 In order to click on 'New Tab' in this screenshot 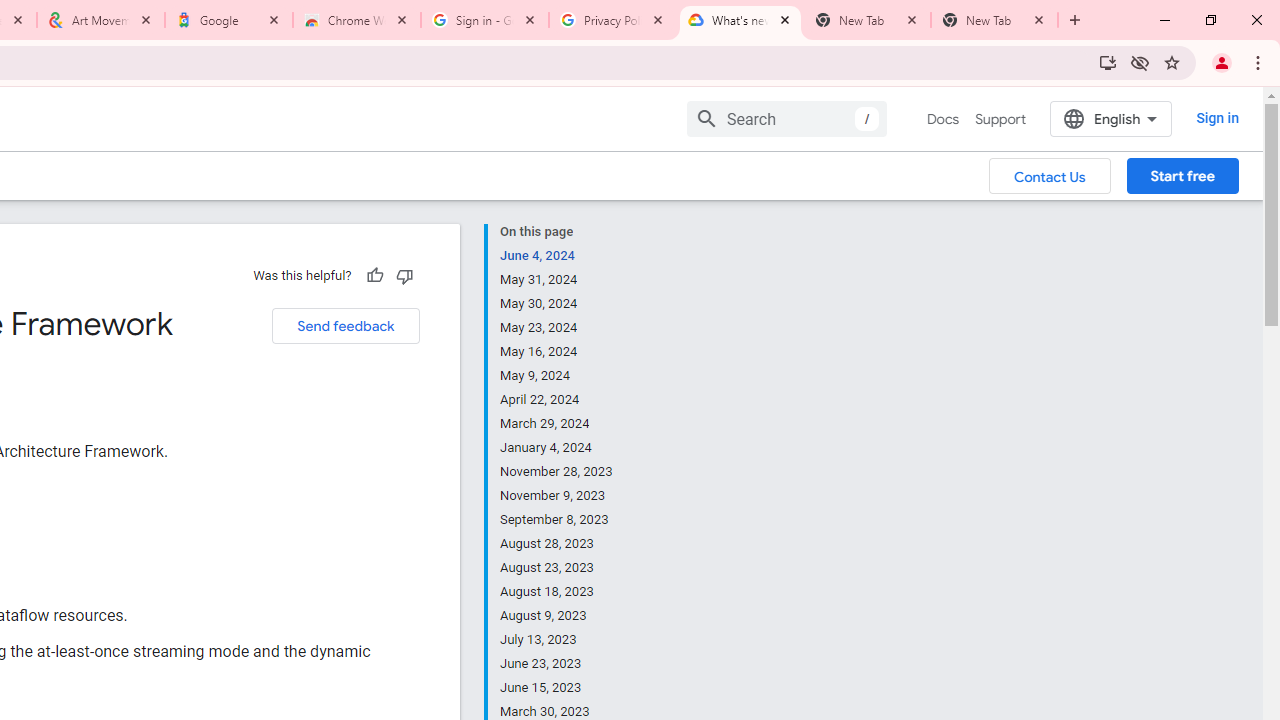, I will do `click(994, 20)`.